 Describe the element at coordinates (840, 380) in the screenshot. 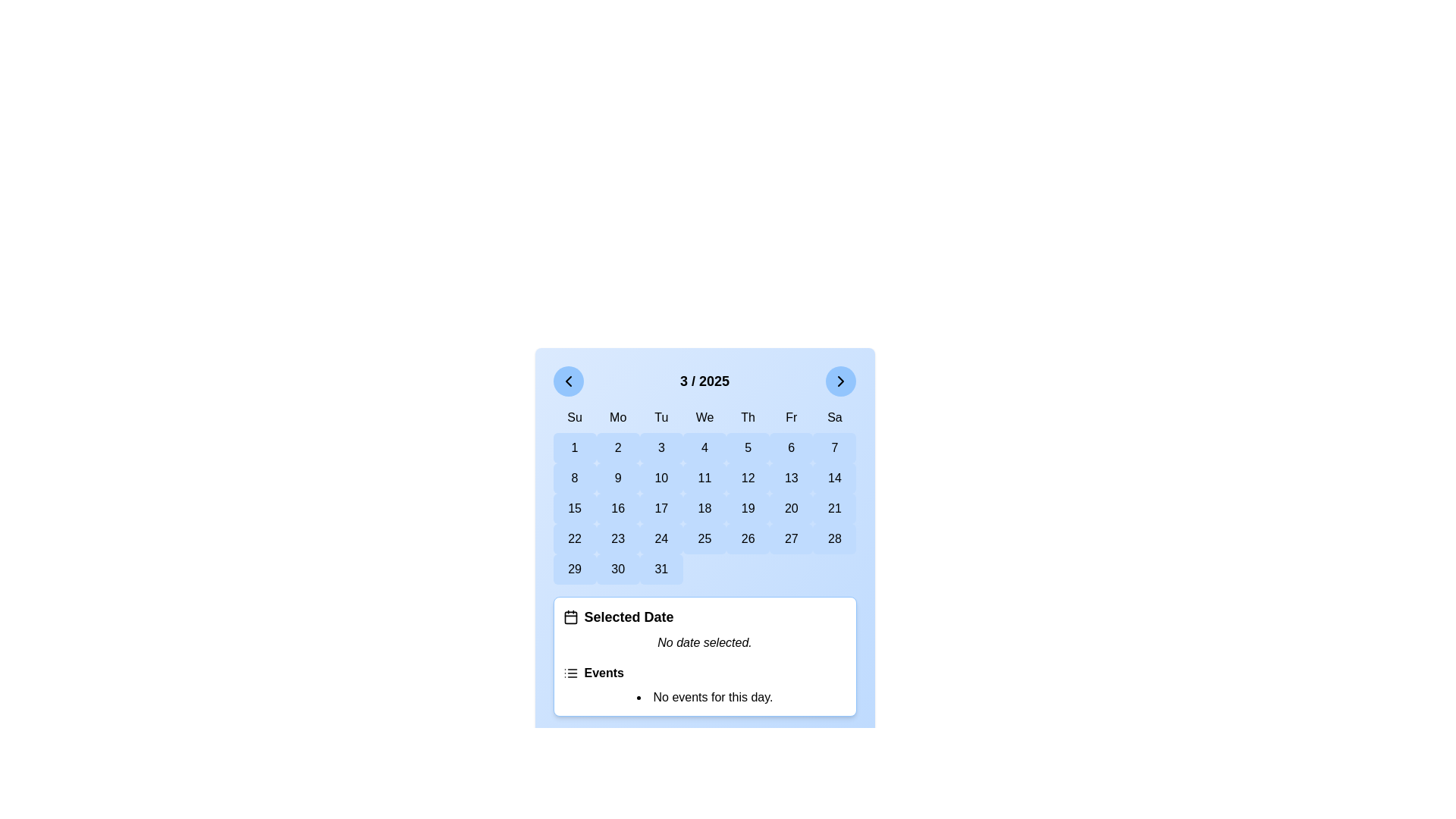

I see `the rightward-pointing arrow icon located at the top-right corner of the calendar interface, adjacent to the '3 / 2025' label, to trigger visual feedback` at that location.